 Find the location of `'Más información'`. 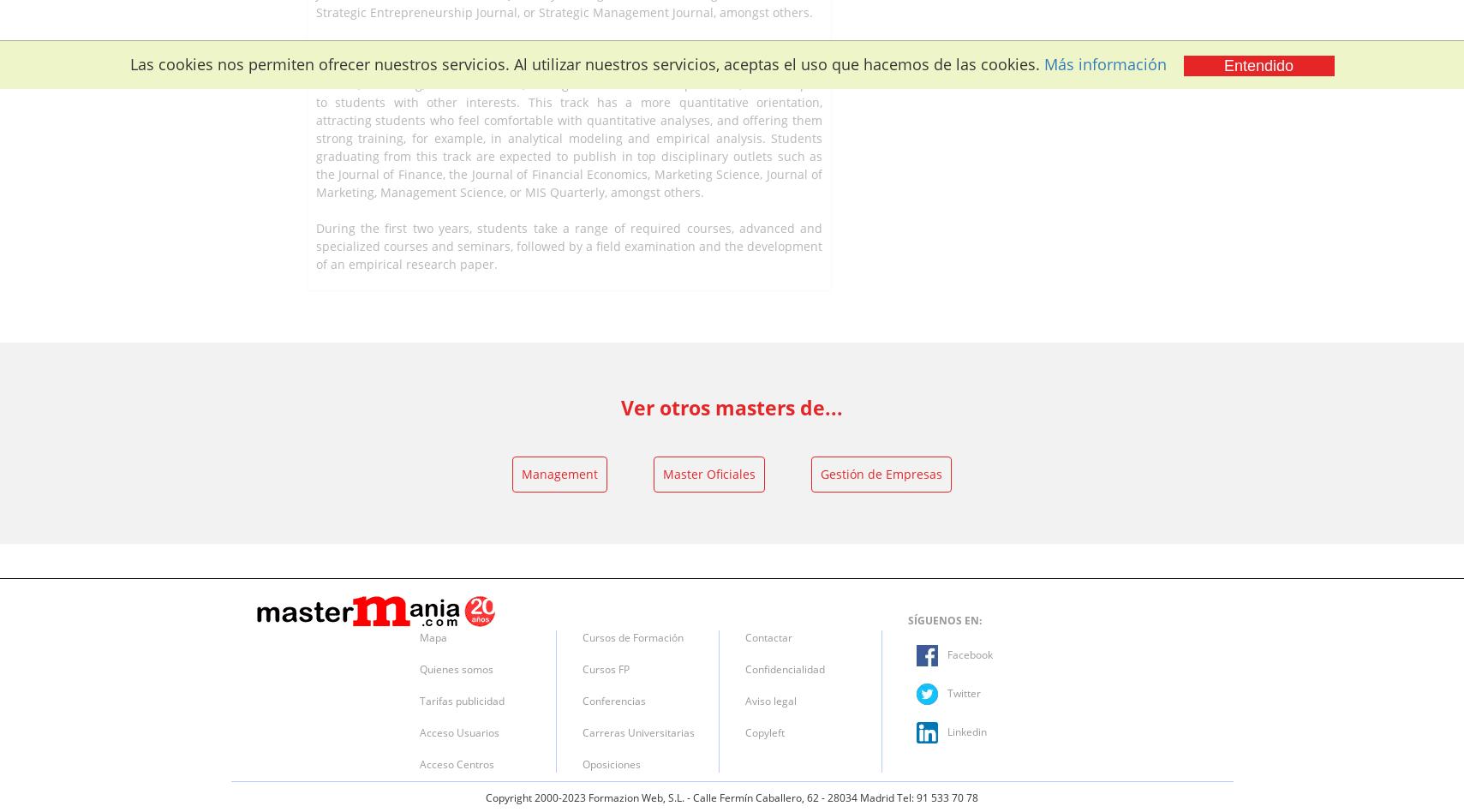

'Más información' is located at coordinates (1104, 63).